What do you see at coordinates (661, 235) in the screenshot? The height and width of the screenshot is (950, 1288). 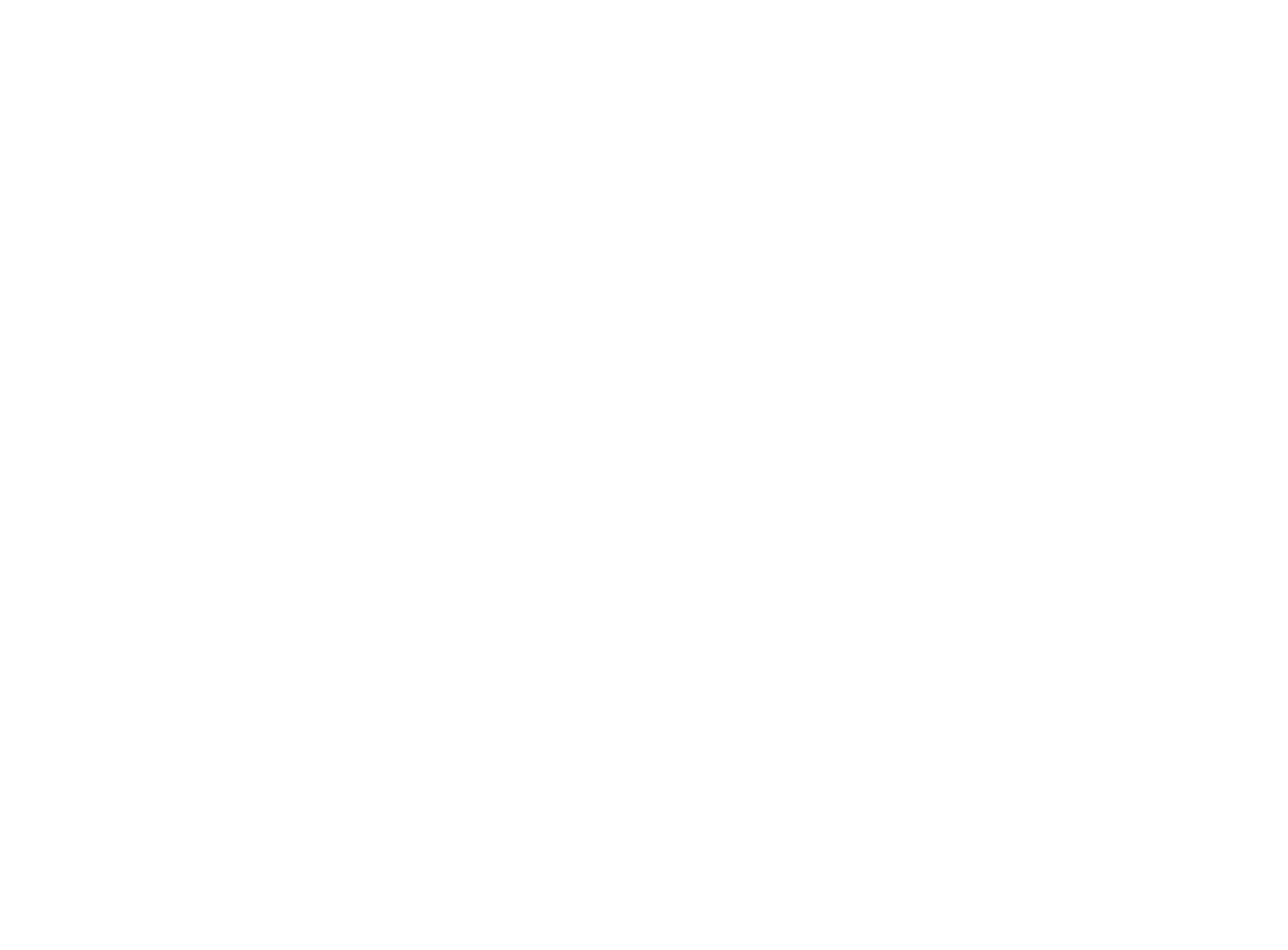 I see `'United for a Cause: Duke’s Doing Good Employee Giving Campaign'` at bounding box center [661, 235].